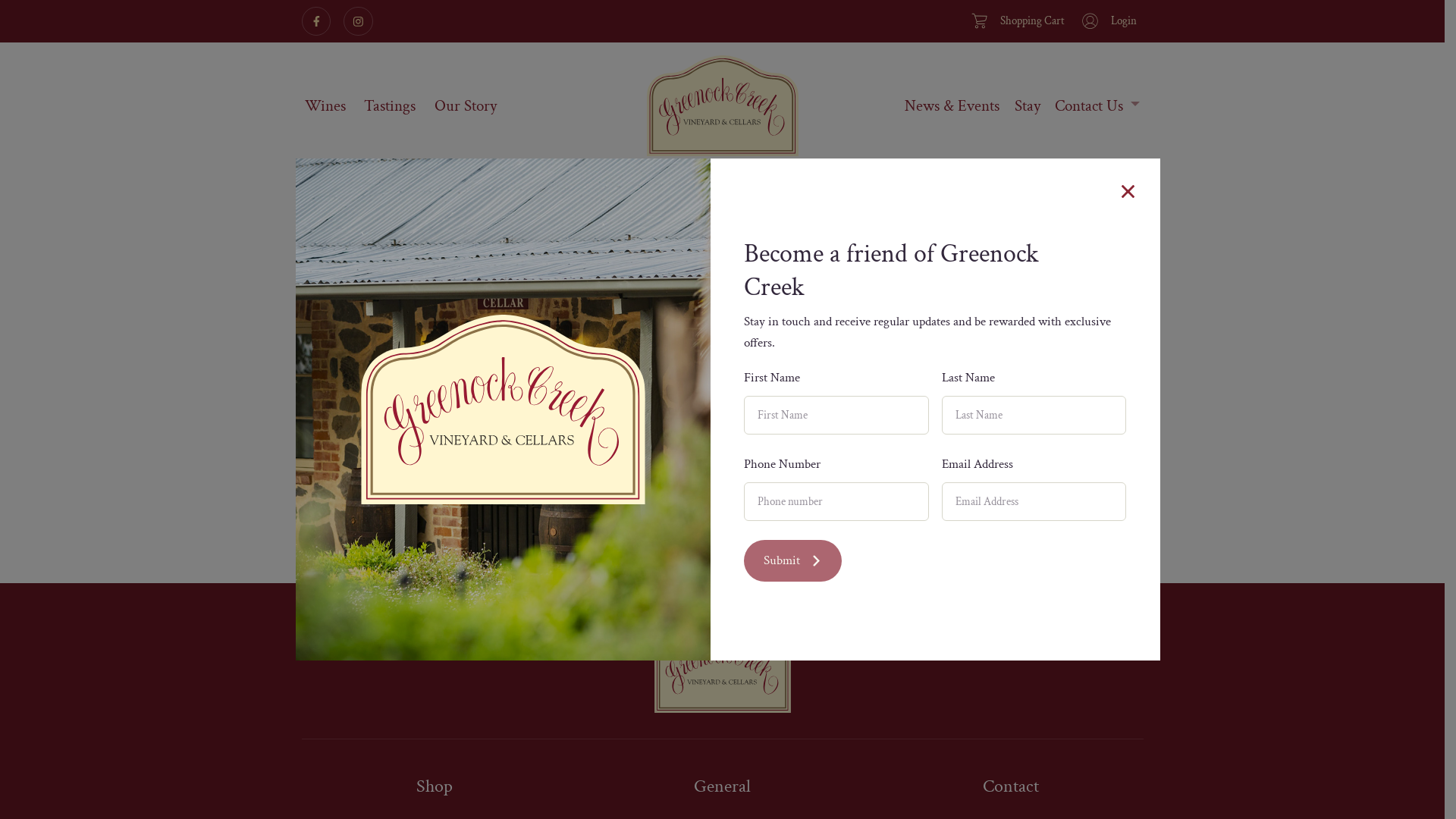  I want to click on 'Contact Us', so click(1097, 105).